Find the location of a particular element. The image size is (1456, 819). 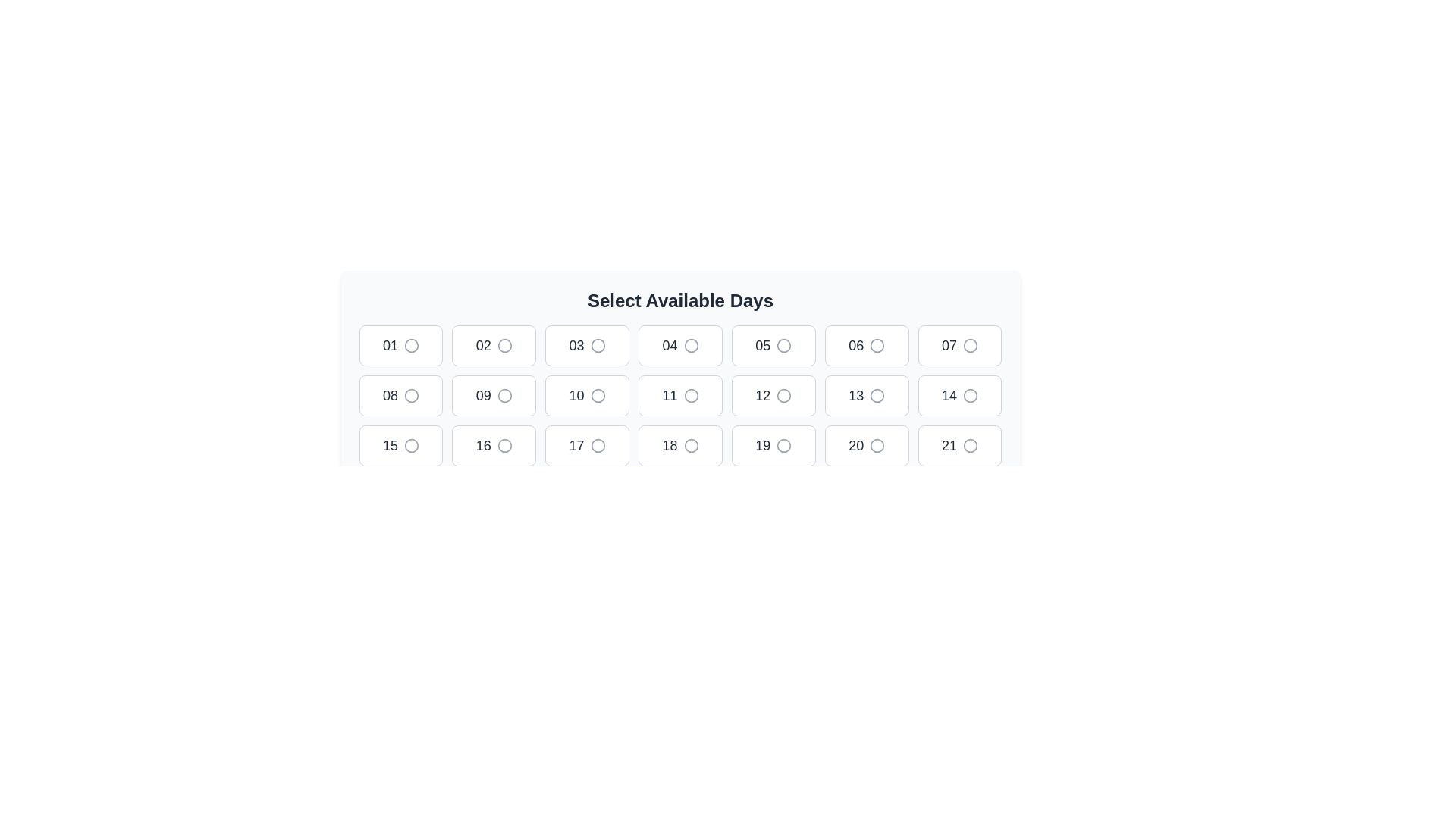

the Selectable button labeled '10' located in the grid layout is located at coordinates (586, 394).